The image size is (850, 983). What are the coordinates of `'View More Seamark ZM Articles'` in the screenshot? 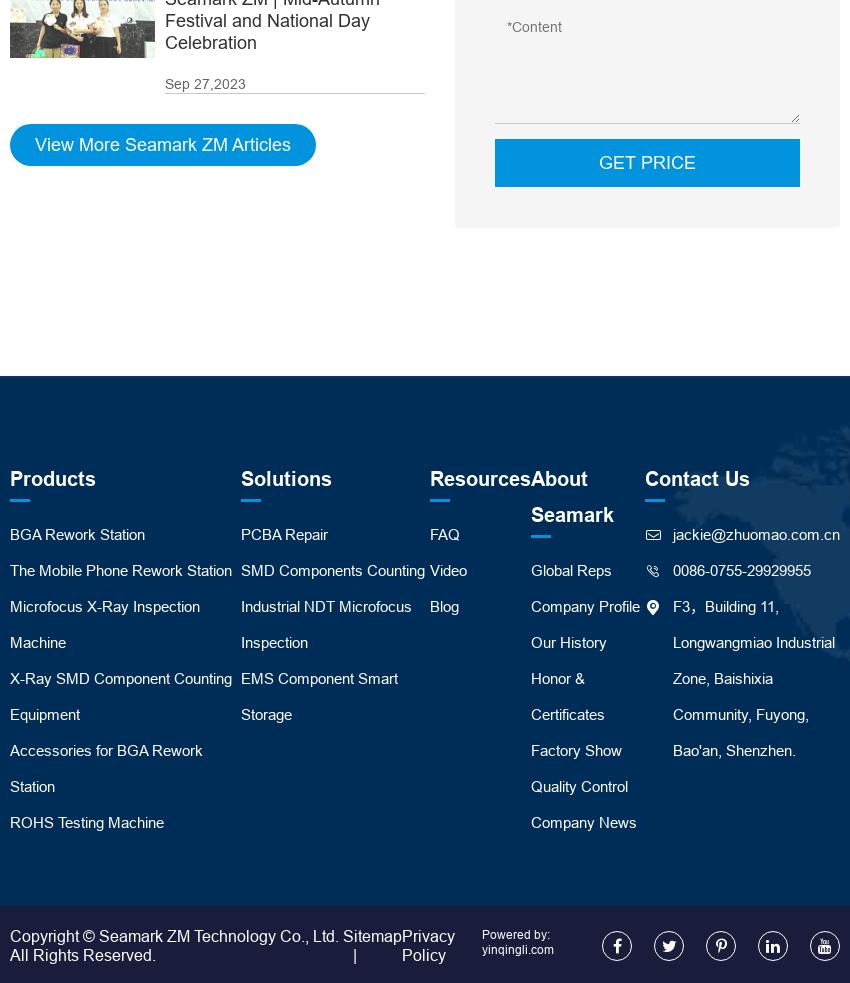 It's located at (163, 142).